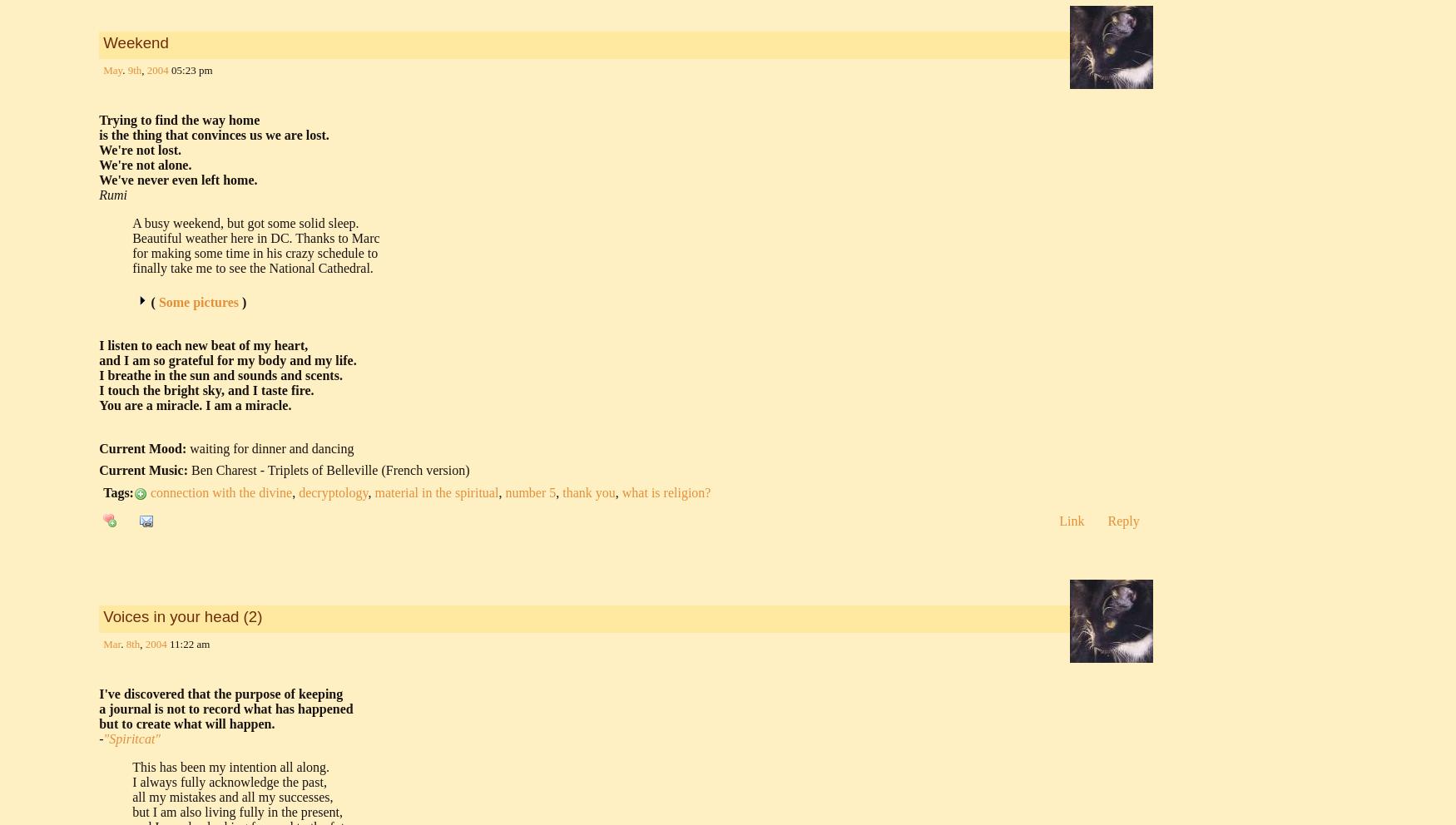  I want to click on 'and I am so grateful for my body and my life.', so click(226, 359).